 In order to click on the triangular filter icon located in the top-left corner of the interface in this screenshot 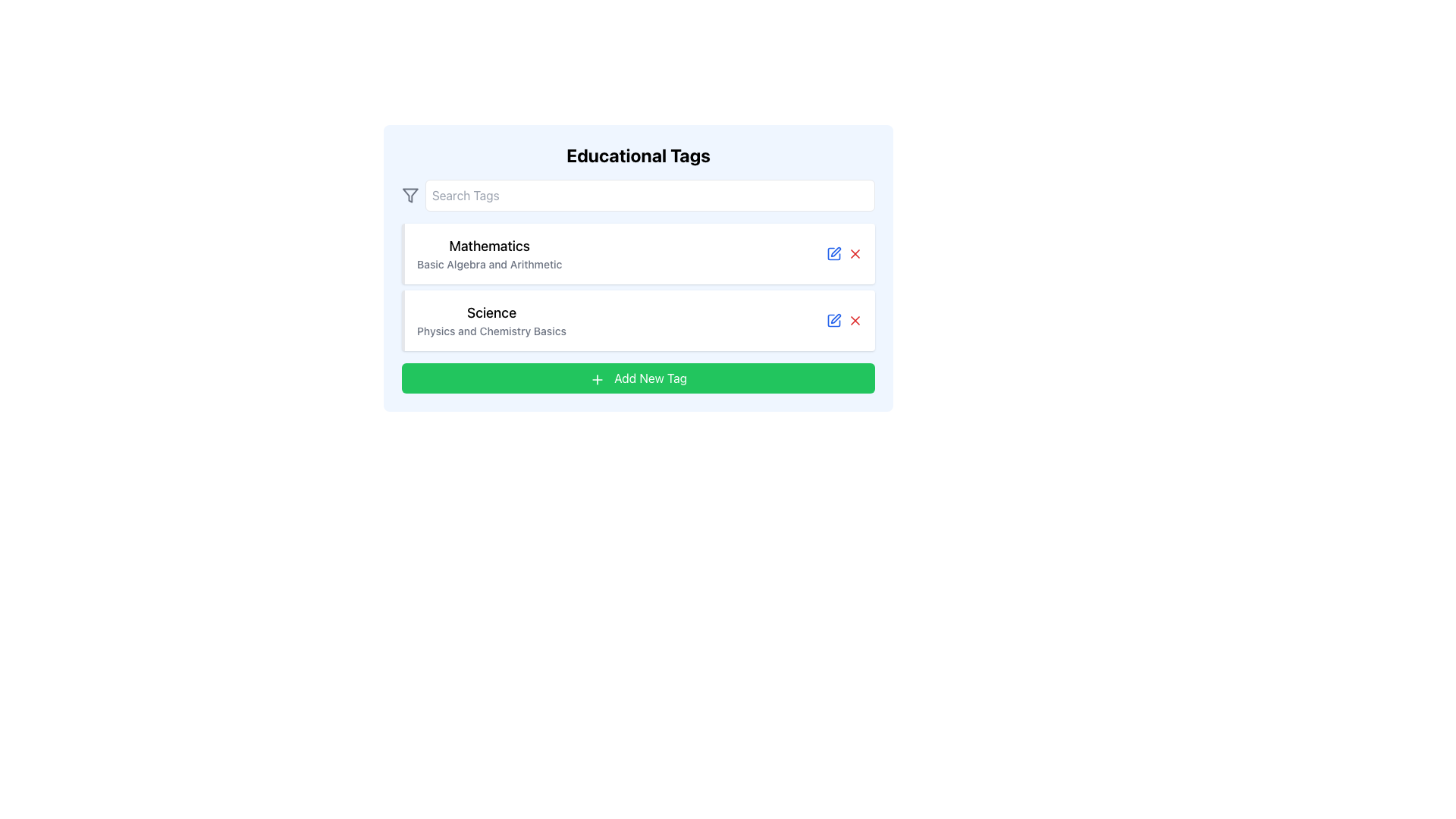, I will do `click(410, 195)`.